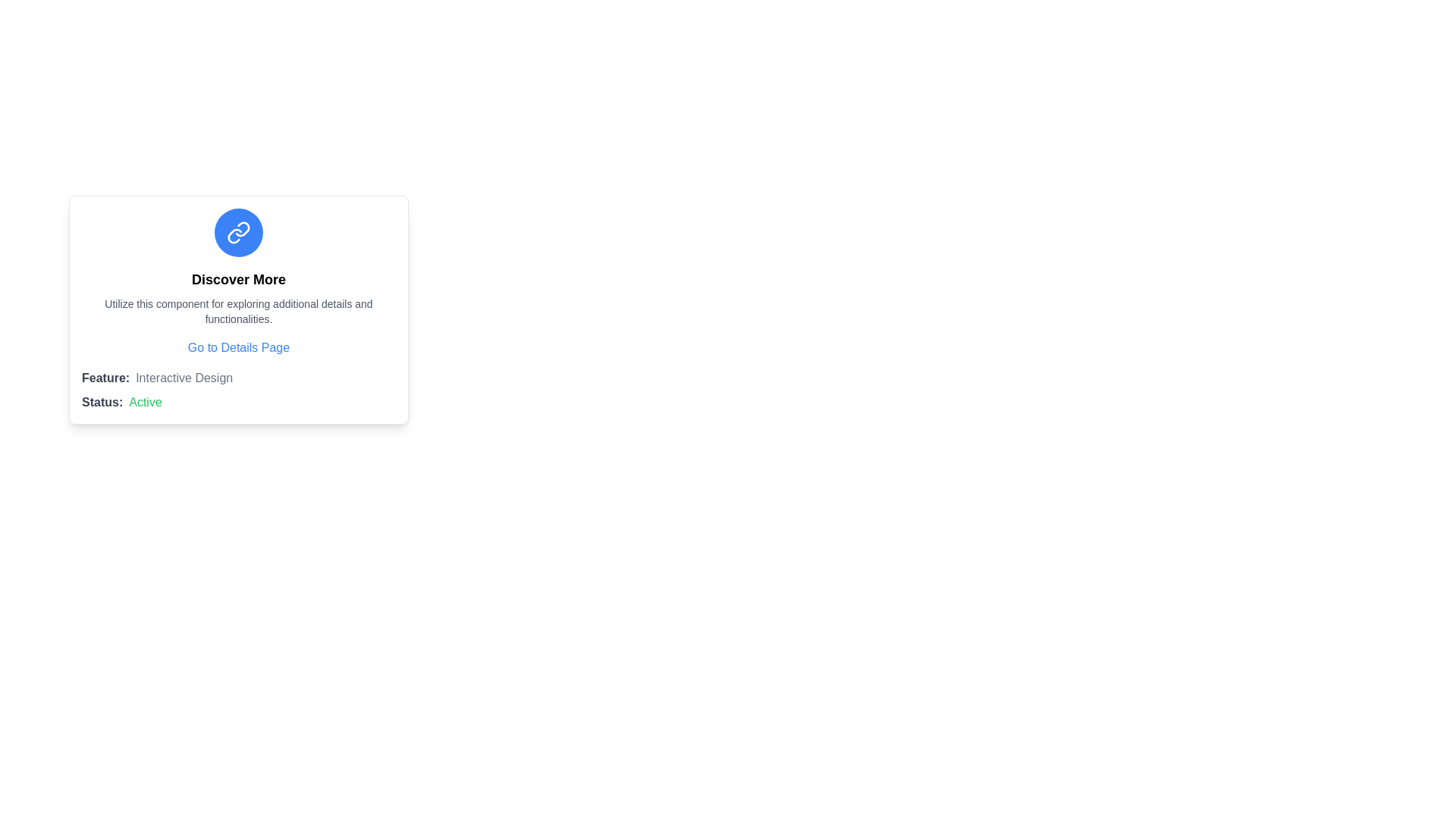  I want to click on the Text Link located centrally below the main descriptive section within its card-like layout to change its text color, so click(238, 348).